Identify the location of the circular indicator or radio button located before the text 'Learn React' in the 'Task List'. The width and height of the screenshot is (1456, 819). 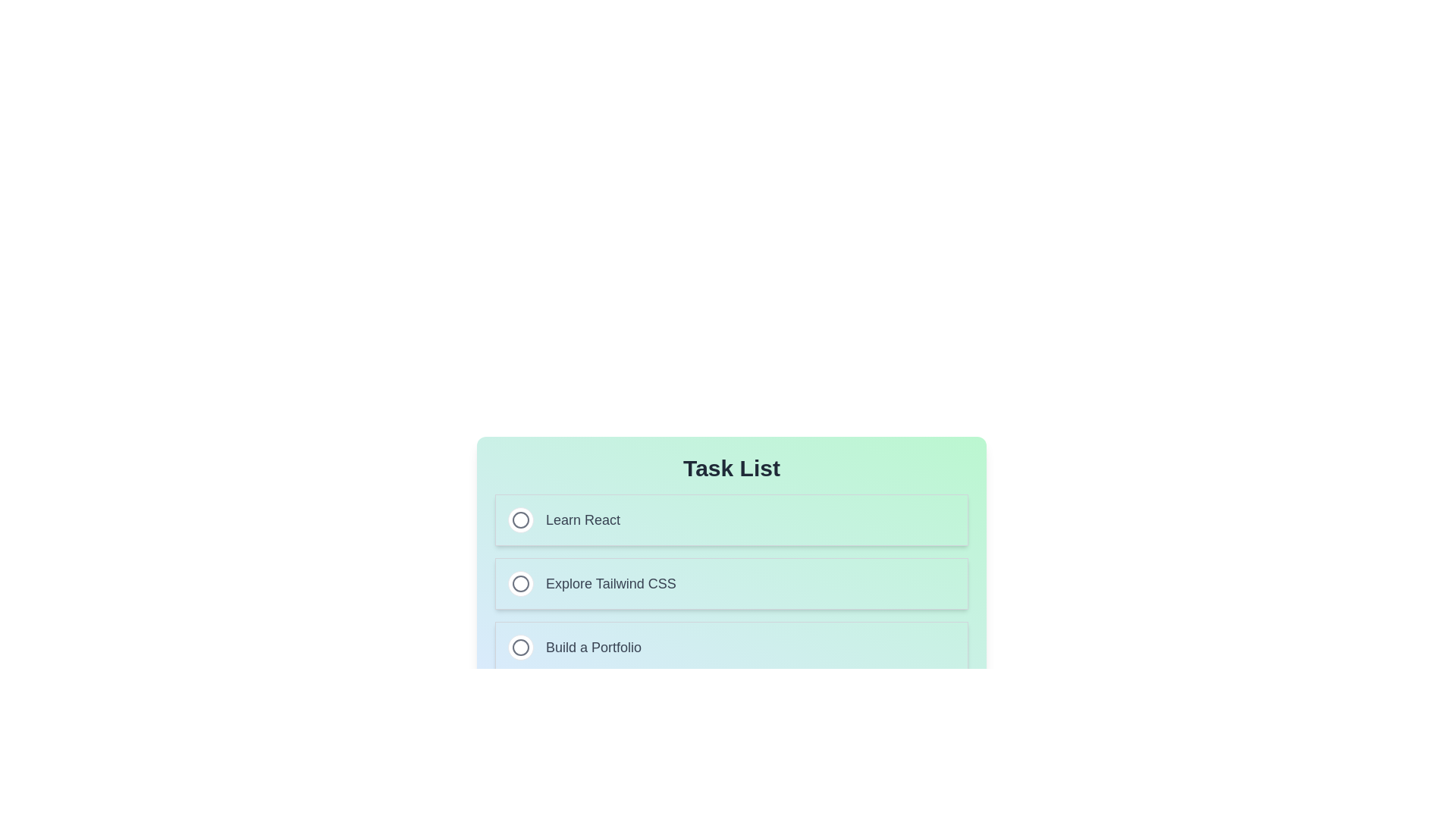
(520, 519).